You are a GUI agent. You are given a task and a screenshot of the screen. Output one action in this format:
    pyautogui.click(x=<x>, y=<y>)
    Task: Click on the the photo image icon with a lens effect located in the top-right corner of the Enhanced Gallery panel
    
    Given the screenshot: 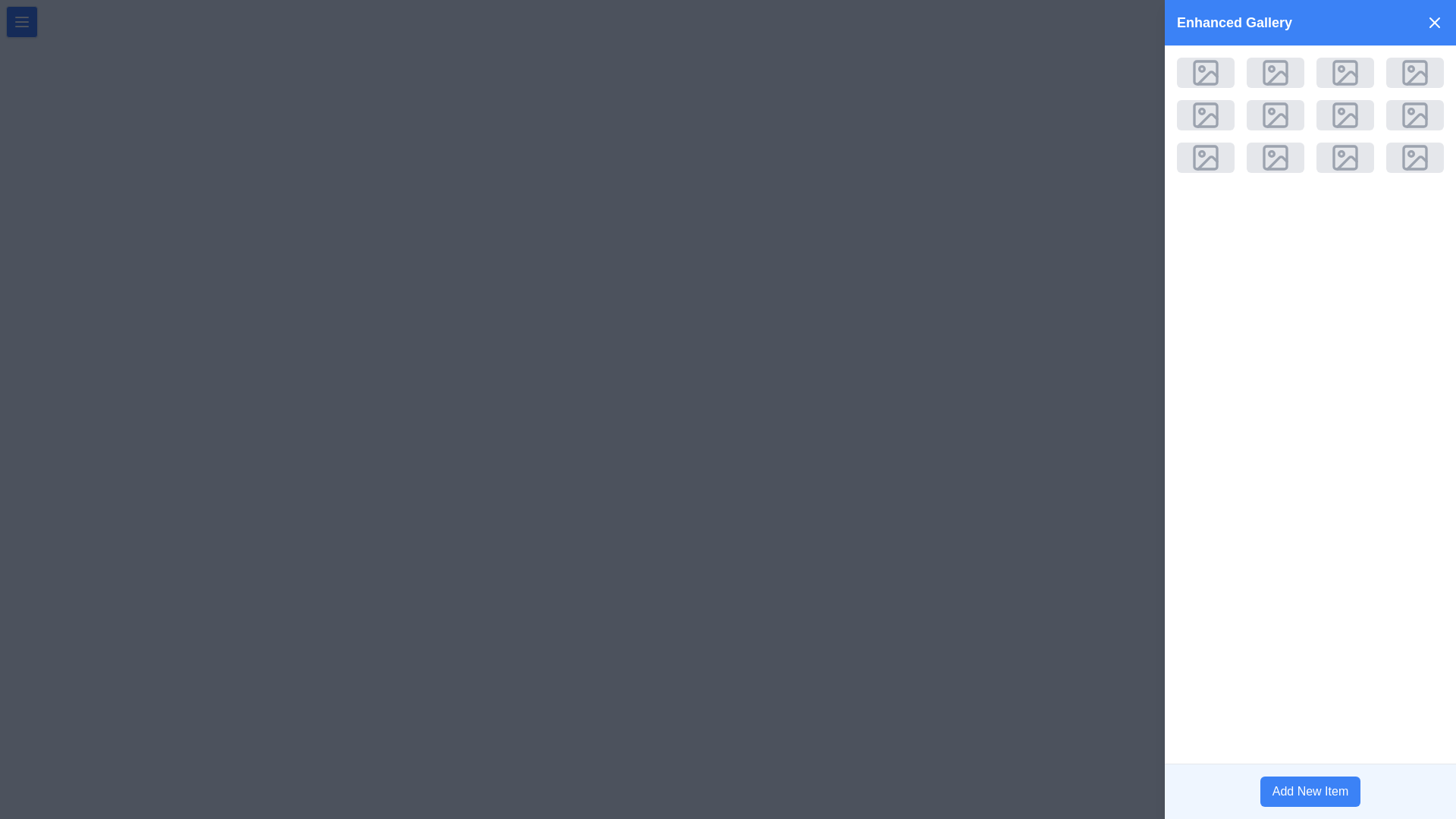 What is the action you would take?
    pyautogui.click(x=1414, y=73)
    